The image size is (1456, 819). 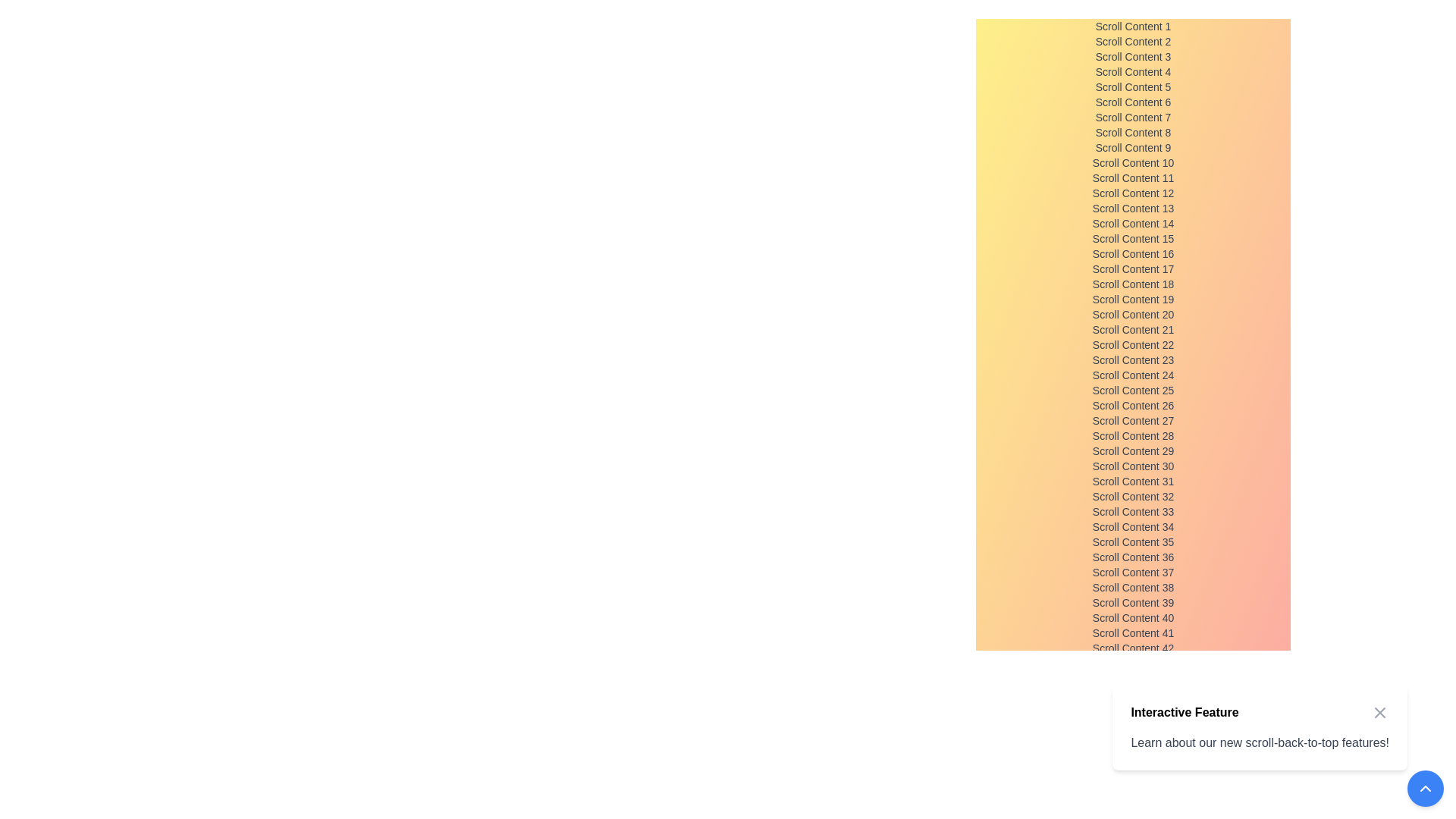 I want to click on the label or text display element that indicates a labeled entry at the 49th position in the vertically scrollable list, so click(x=1133, y=755).